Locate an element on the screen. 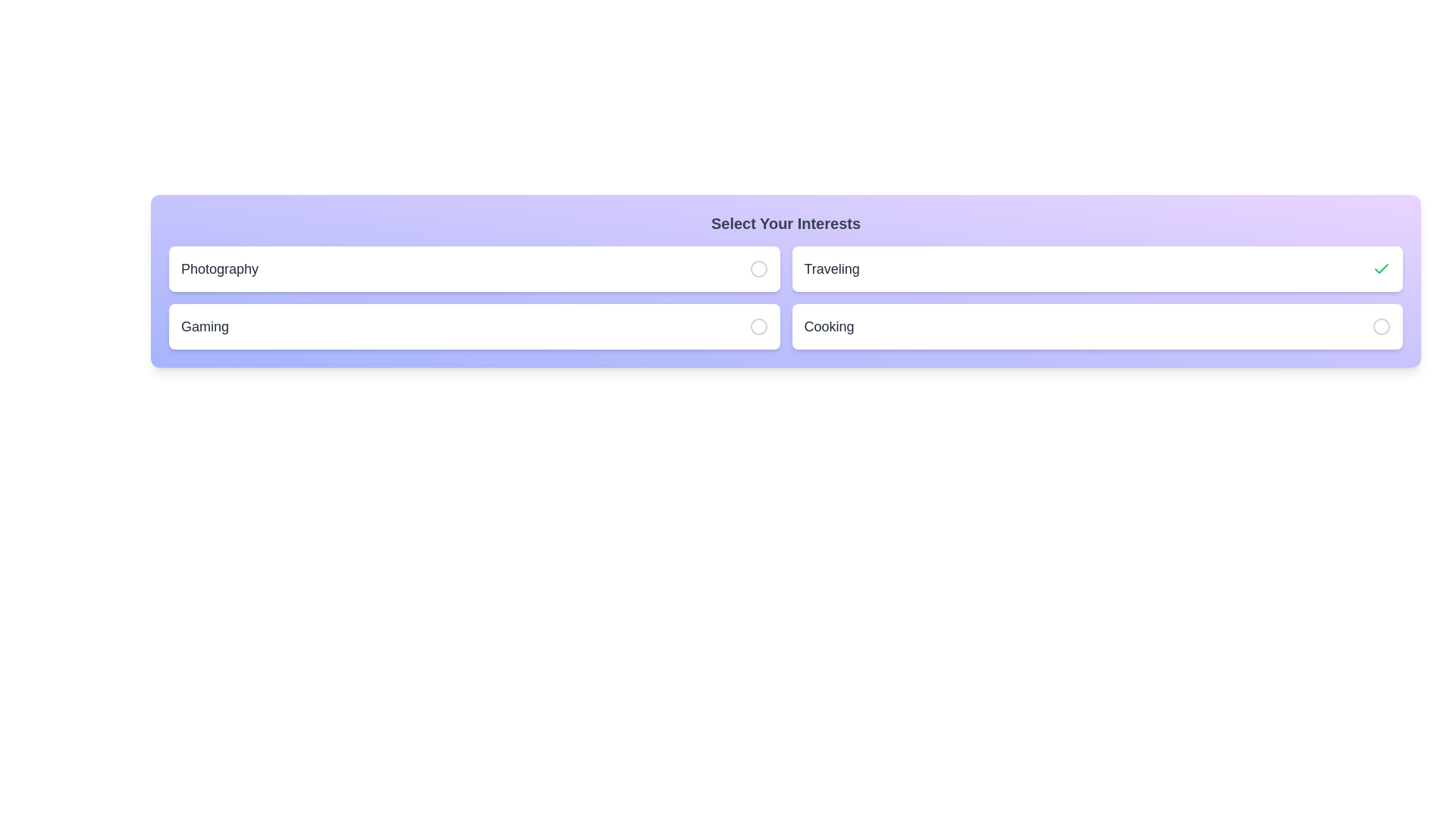 This screenshot has width=1456, height=819. the interest item Traveling is located at coordinates (1097, 268).